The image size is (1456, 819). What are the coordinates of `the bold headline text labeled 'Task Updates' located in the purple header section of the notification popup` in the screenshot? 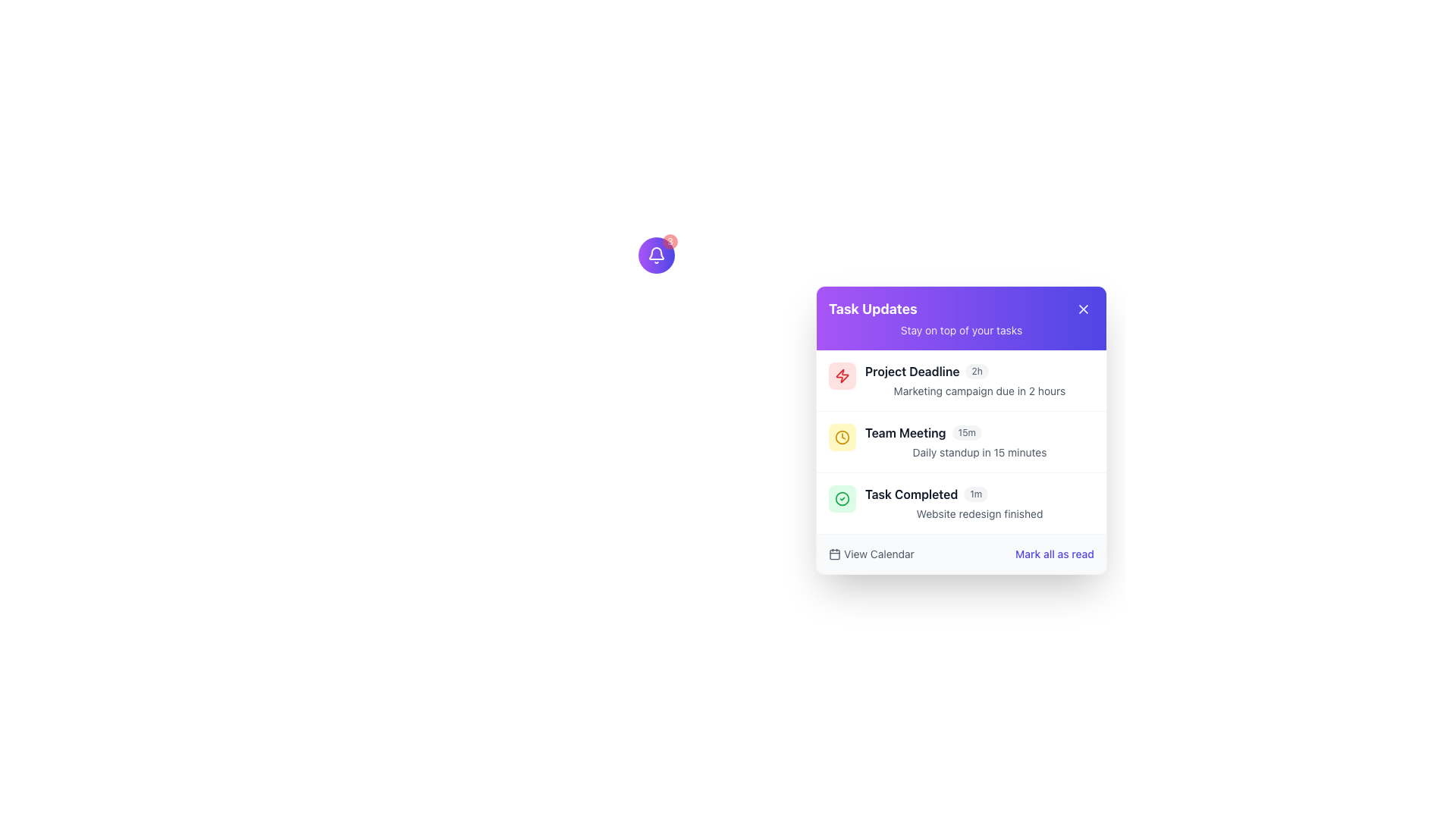 It's located at (873, 309).